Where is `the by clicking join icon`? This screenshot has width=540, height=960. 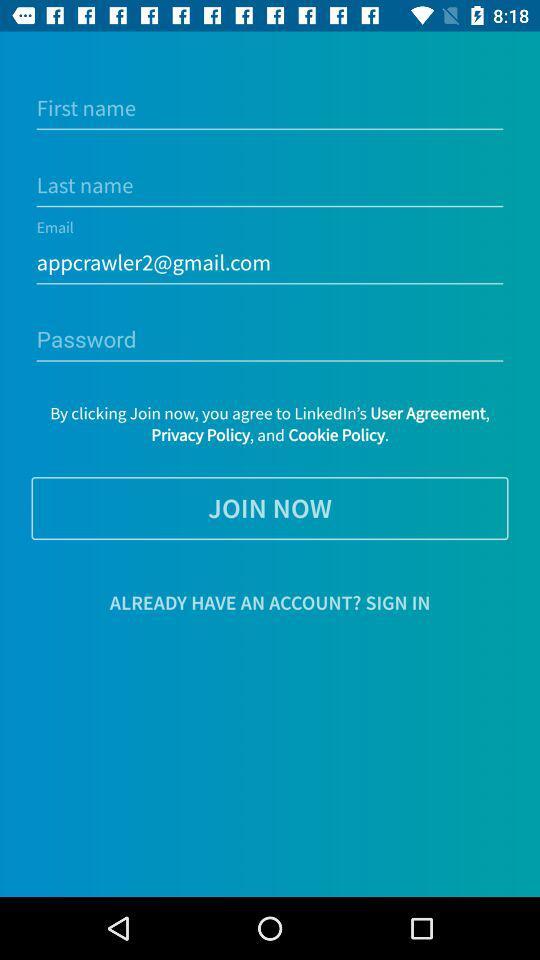
the by clicking join icon is located at coordinates (270, 424).